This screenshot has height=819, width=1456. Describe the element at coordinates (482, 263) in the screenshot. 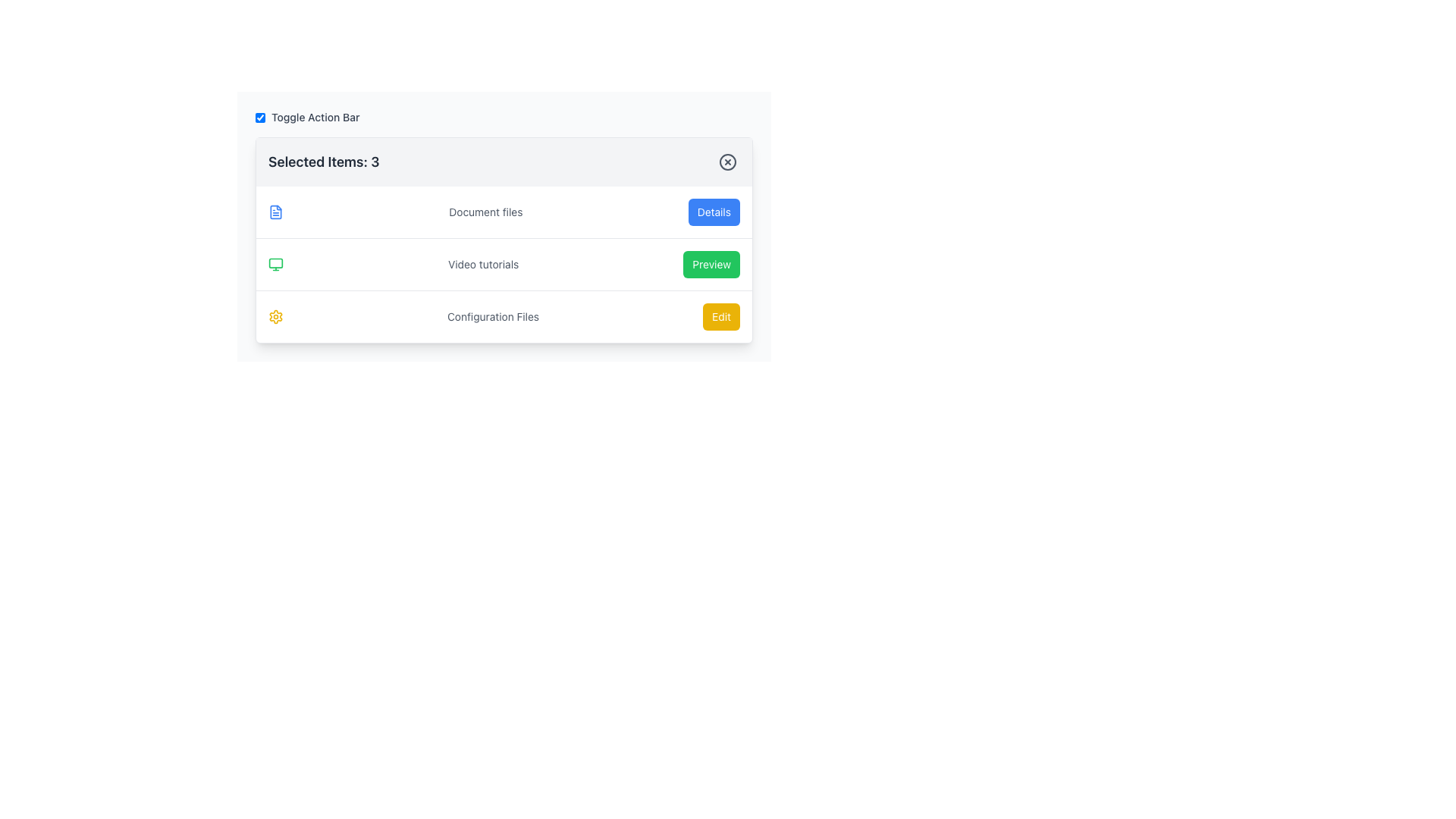

I see `the descriptive Text Label that indicates the type of content in the row, positioned between a green icon on the left and a green 'Preview' button on the right` at that location.